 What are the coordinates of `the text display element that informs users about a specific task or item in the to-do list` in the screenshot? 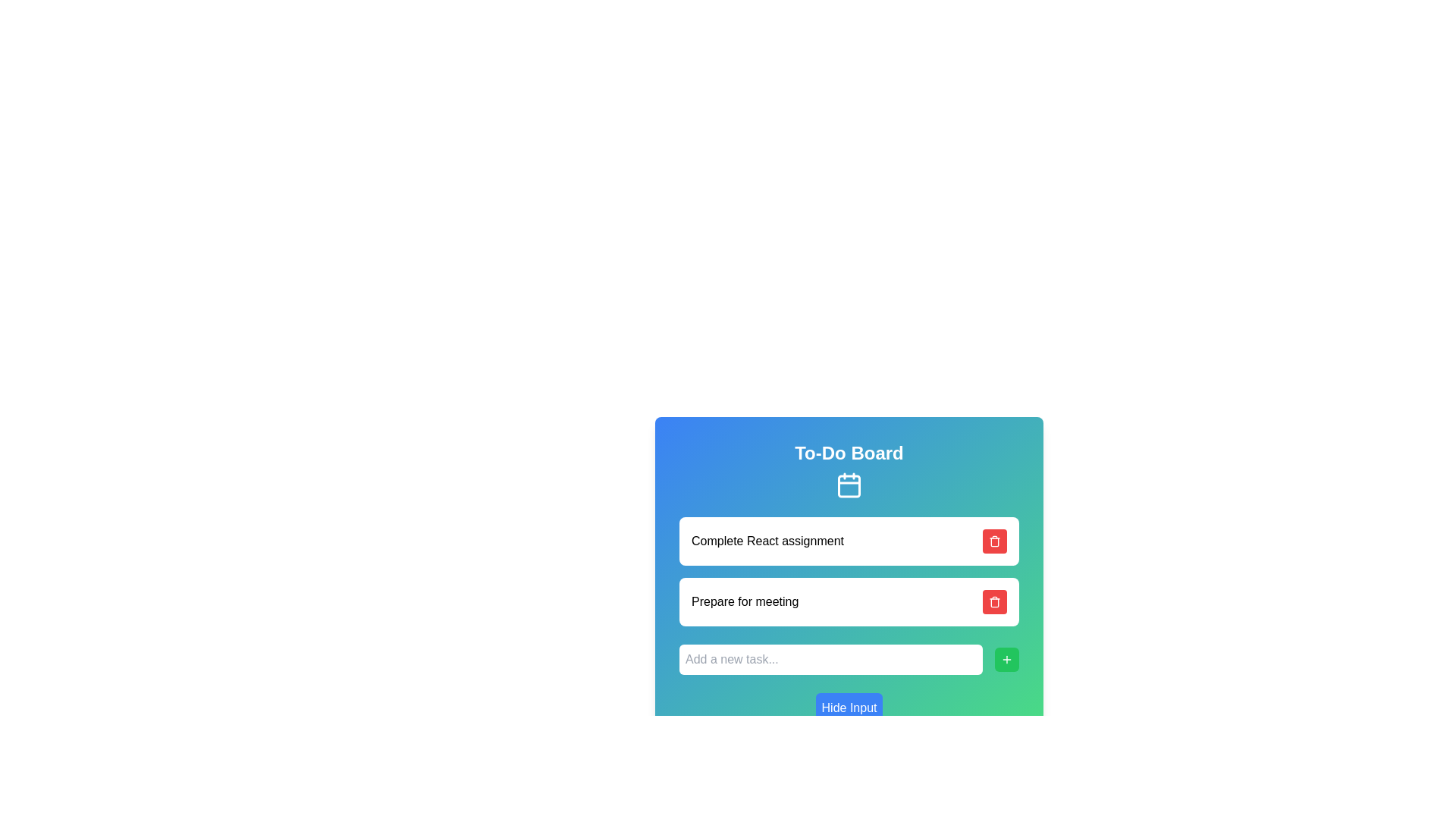 It's located at (745, 601).